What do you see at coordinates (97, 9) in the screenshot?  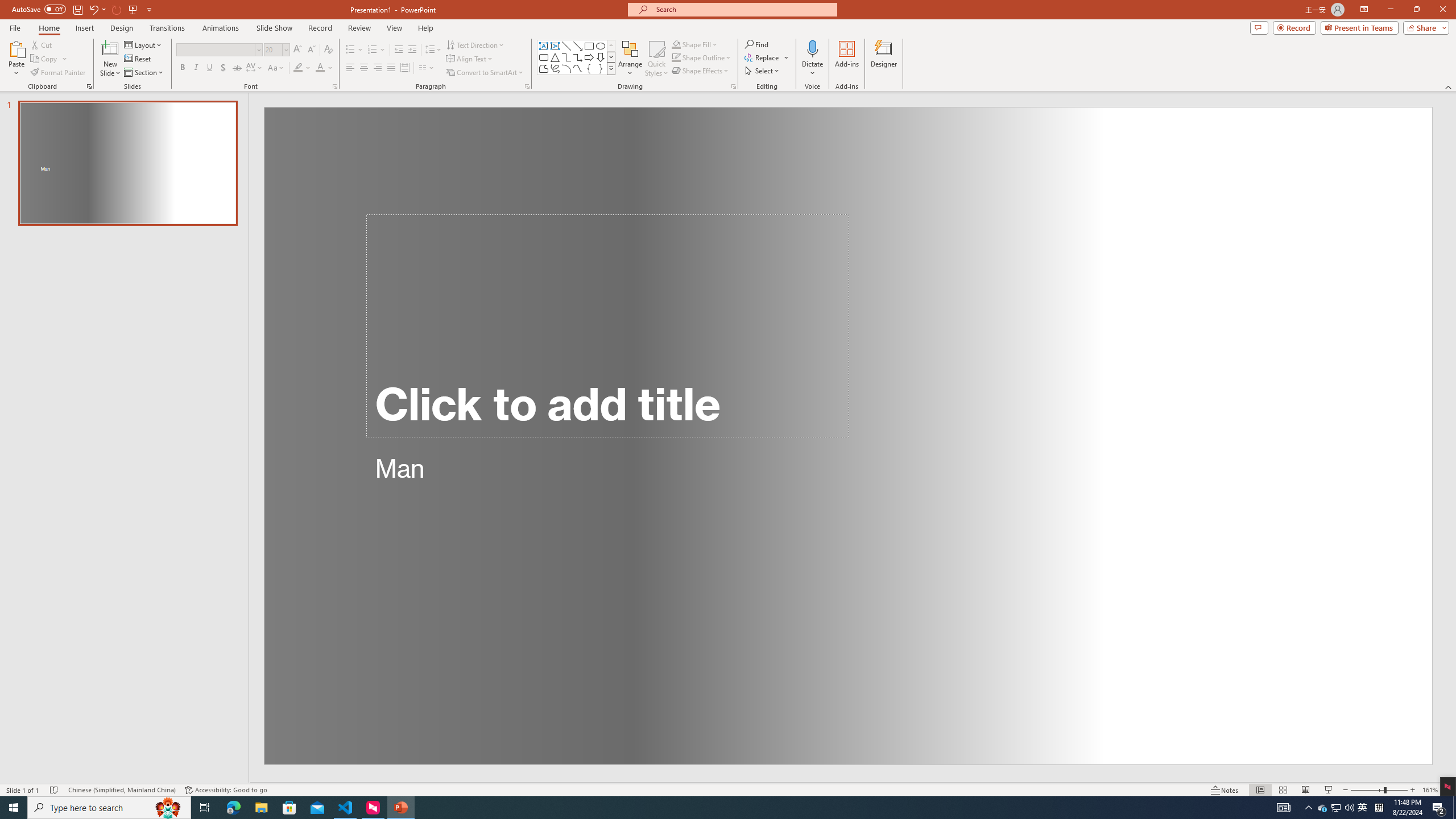 I see `'Undo'` at bounding box center [97, 9].